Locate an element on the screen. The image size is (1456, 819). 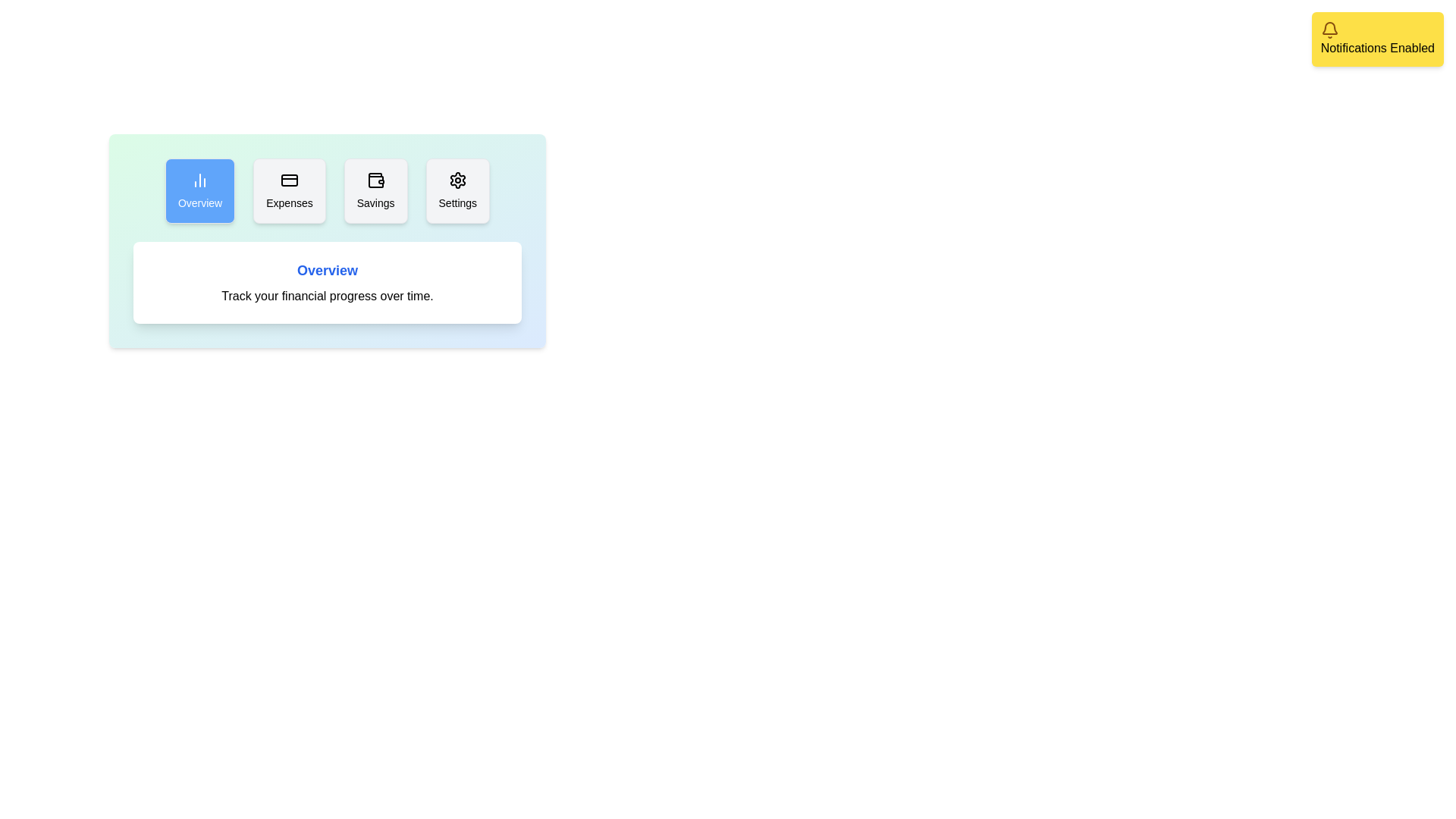
the tab Settings by clicking on it is located at coordinates (457, 190).